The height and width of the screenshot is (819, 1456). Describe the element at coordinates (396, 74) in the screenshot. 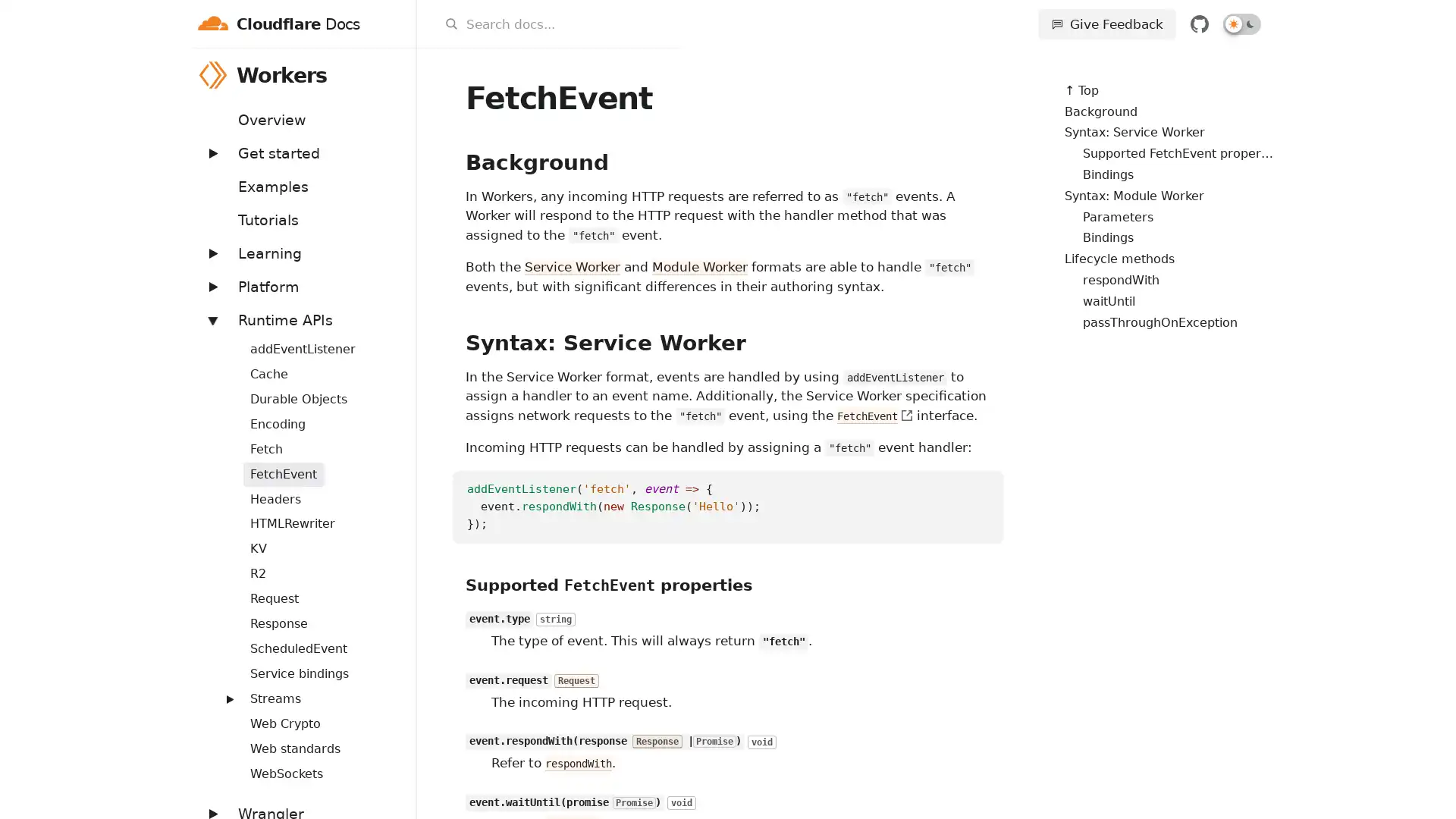

I see `Workers menu` at that location.